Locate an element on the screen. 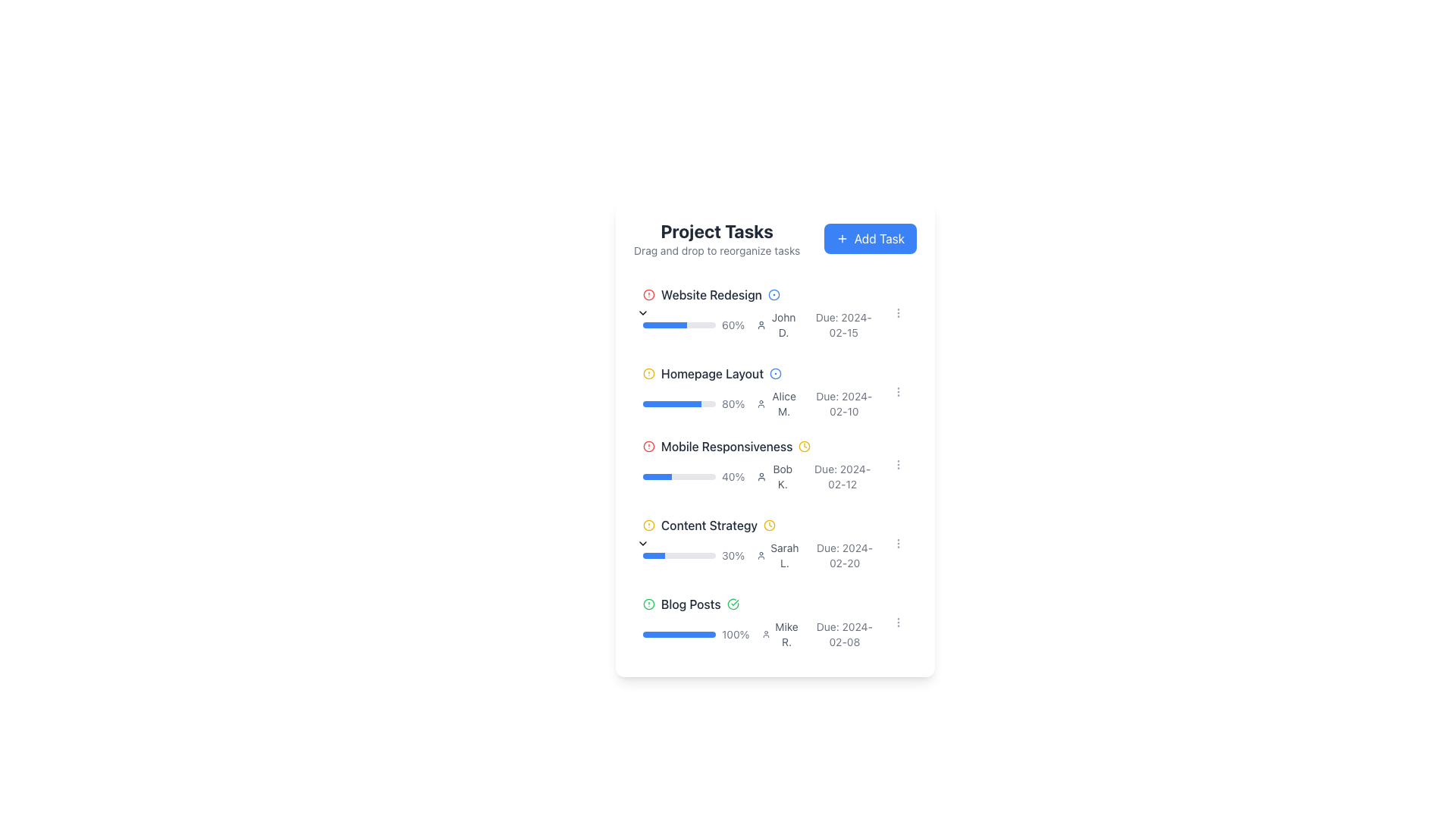  the name 'Alice M.' displayed in the Text Label indicating the task assignee for 'Homepage Layout' task is located at coordinates (784, 403).